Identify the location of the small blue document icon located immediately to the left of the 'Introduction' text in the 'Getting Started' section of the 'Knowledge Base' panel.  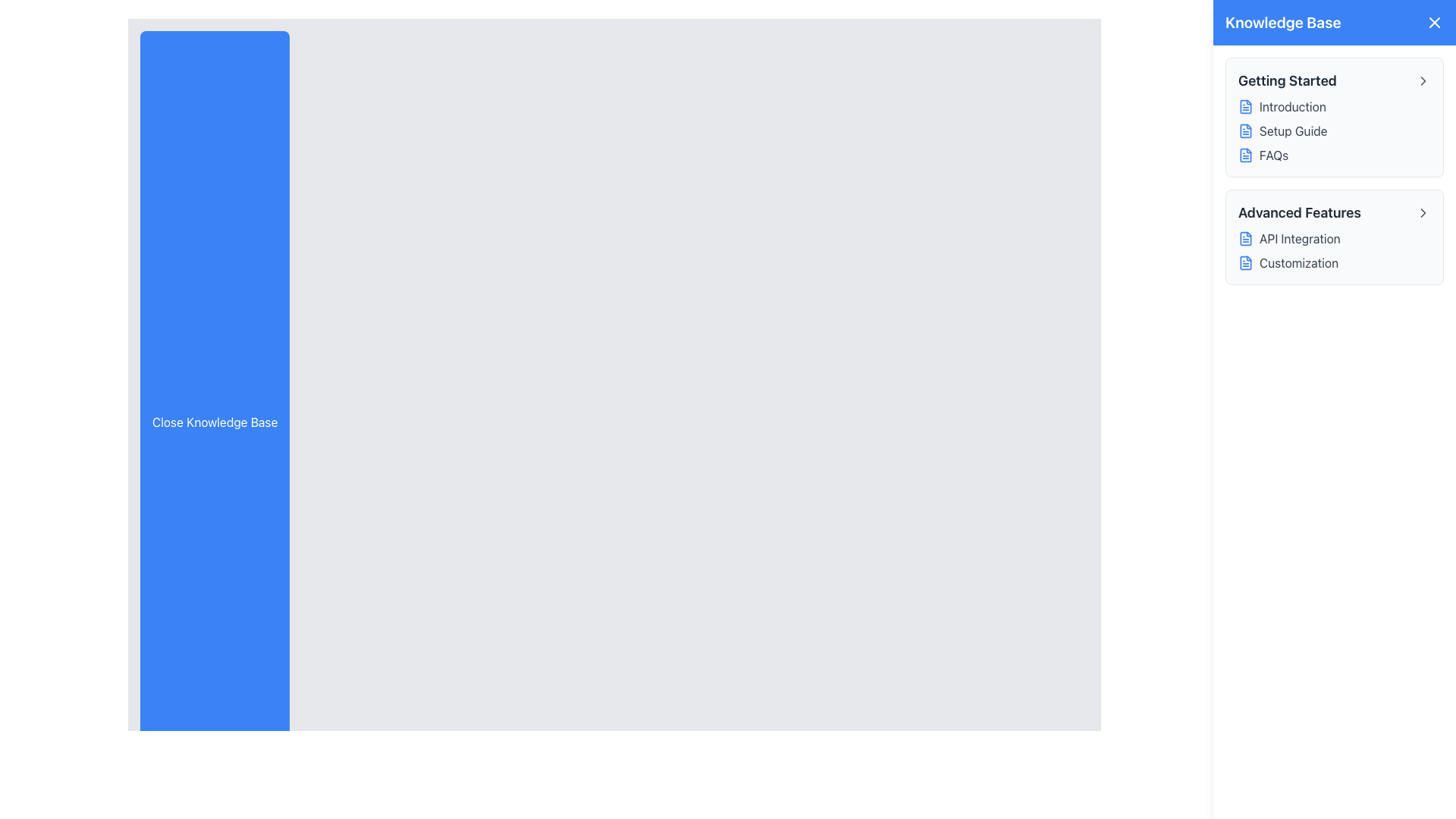
(1245, 106).